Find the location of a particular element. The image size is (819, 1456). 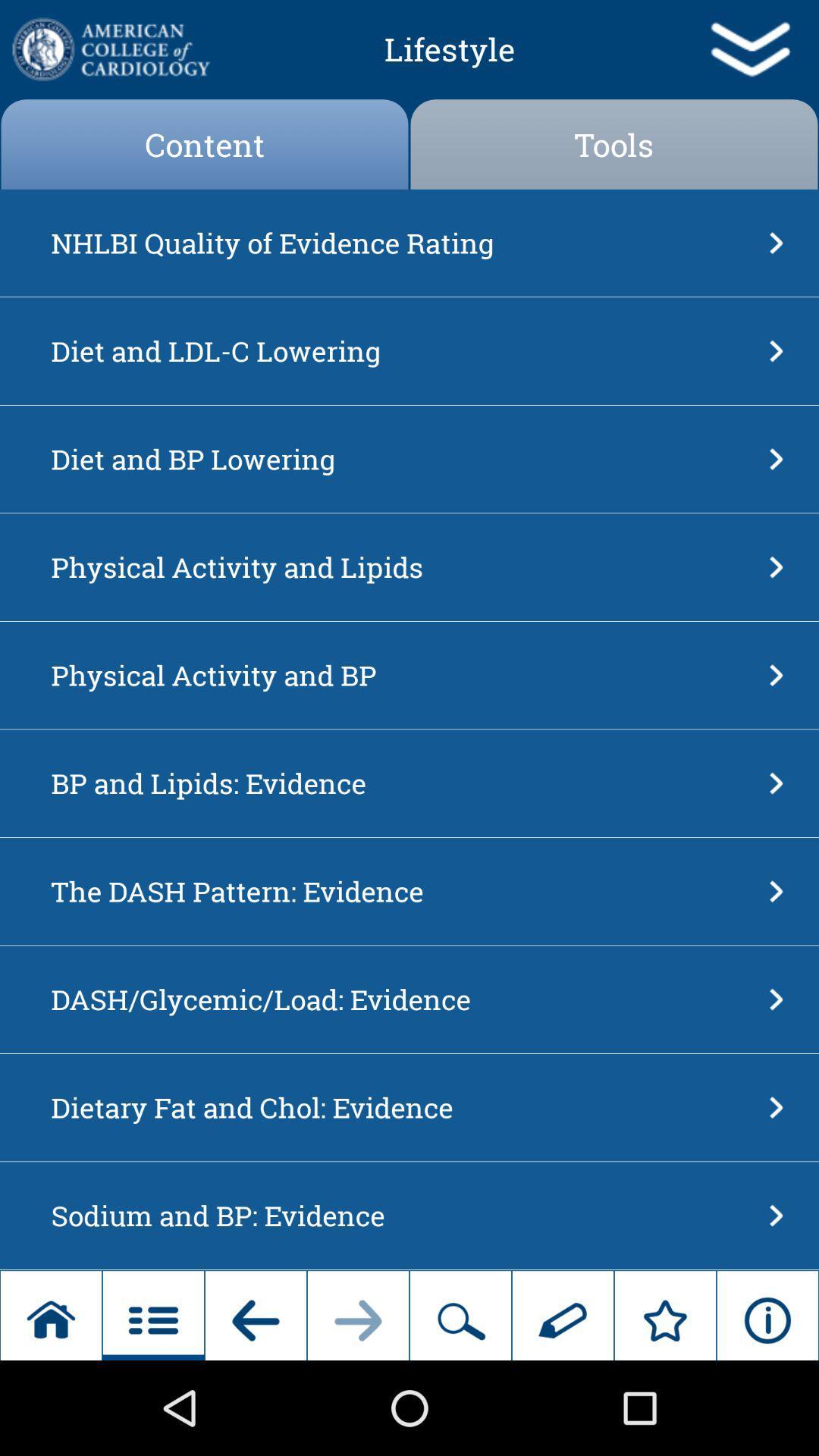

acoc website is located at coordinates (109, 49).